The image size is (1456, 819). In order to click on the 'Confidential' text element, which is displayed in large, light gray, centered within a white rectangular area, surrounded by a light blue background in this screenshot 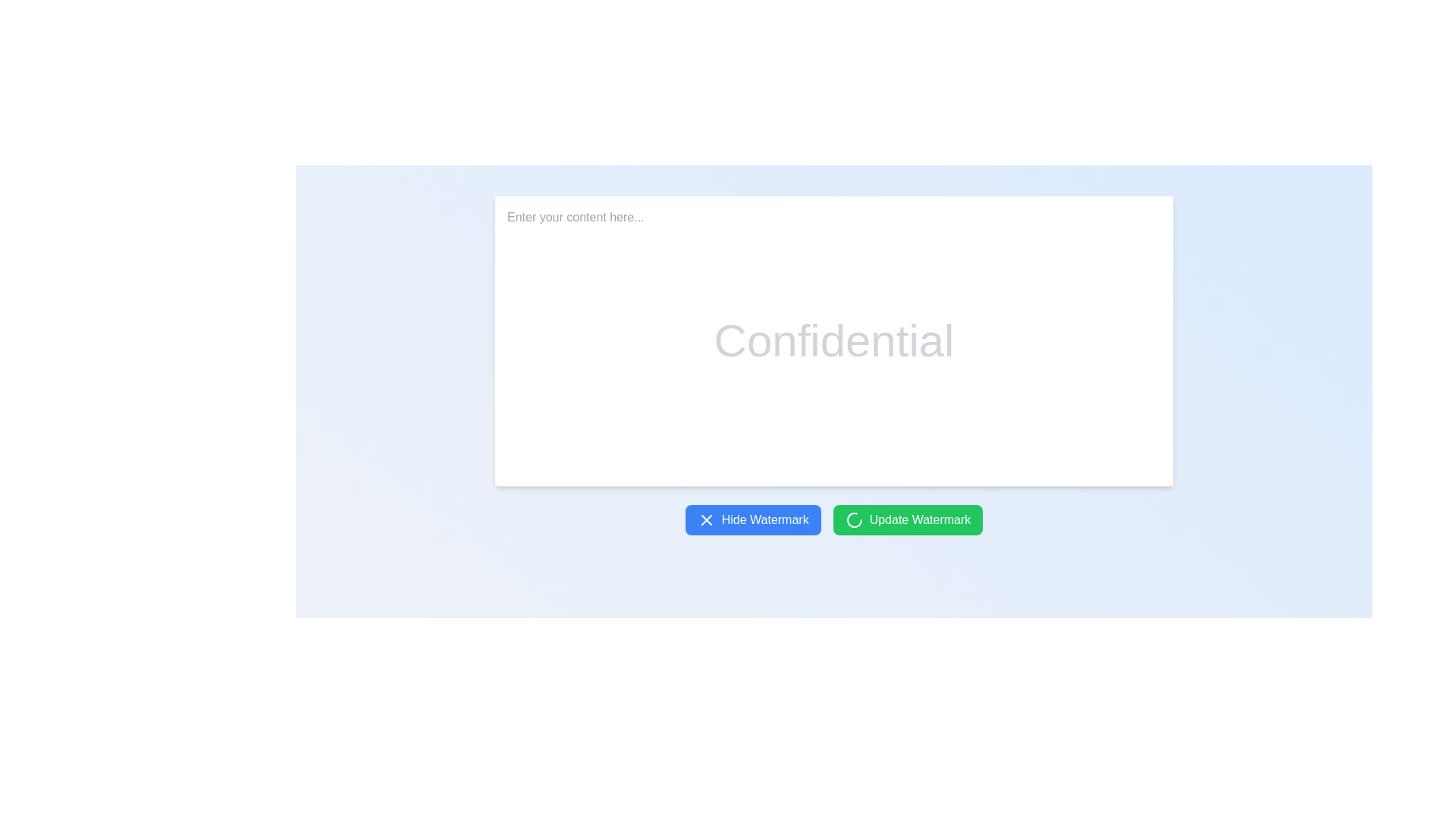, I will do `click(833, 341)`.